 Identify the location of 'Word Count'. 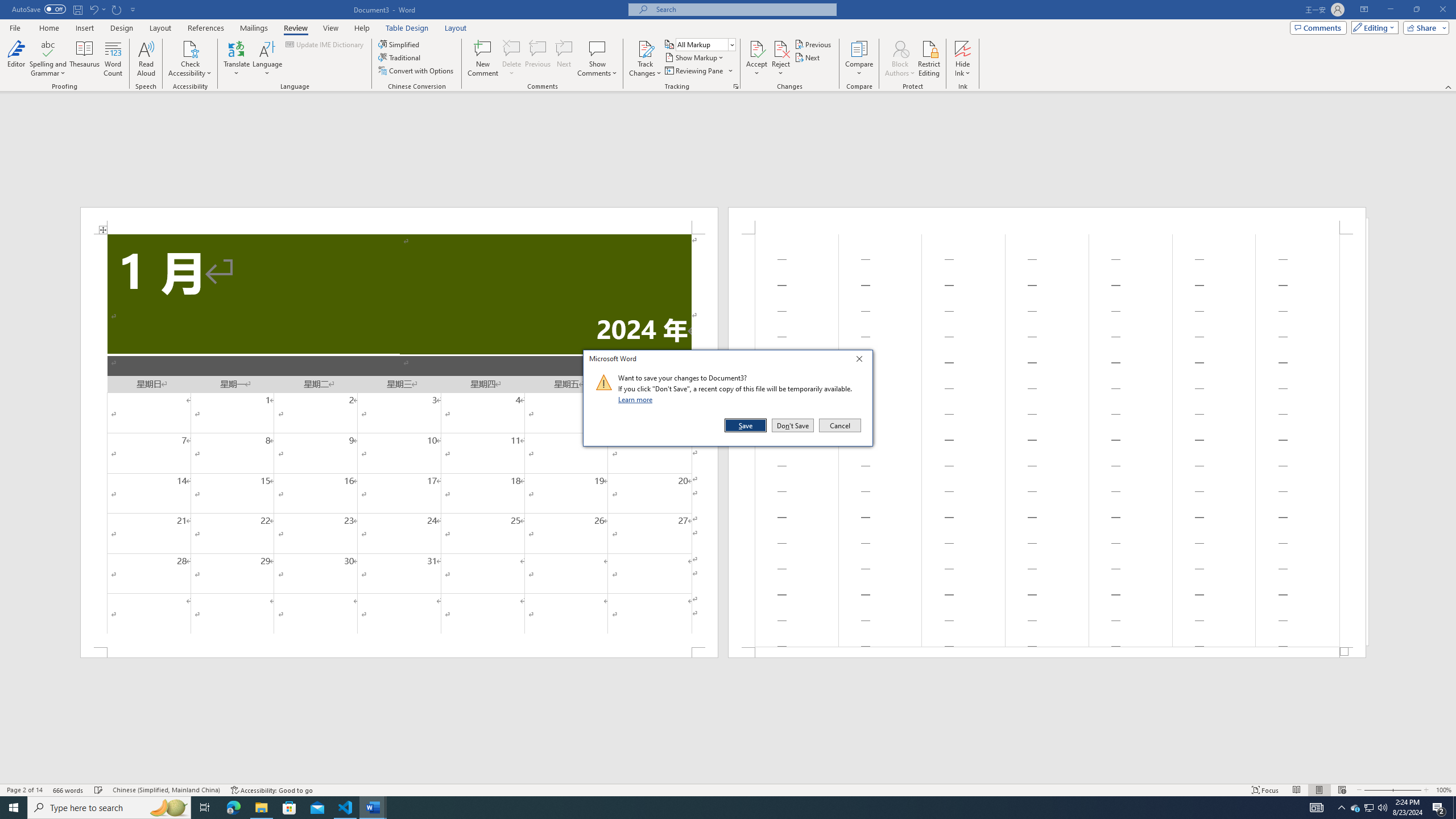
(113, 59).